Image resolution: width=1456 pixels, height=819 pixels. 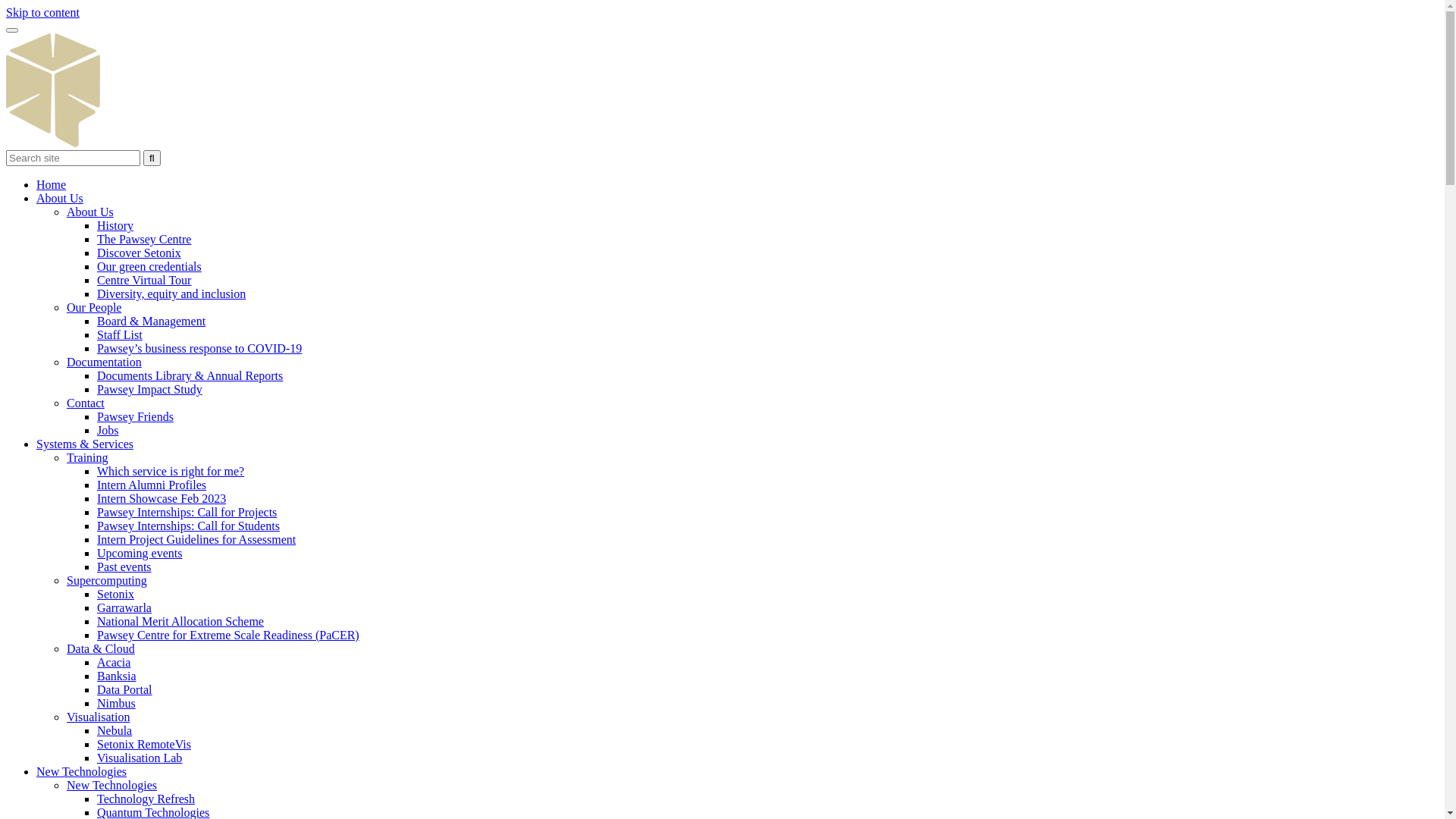 What do you see at coordinates (96, 293) in the screenshot?
I see `'Diversity, equity and inclusion'` at bounding box center [96, 293].